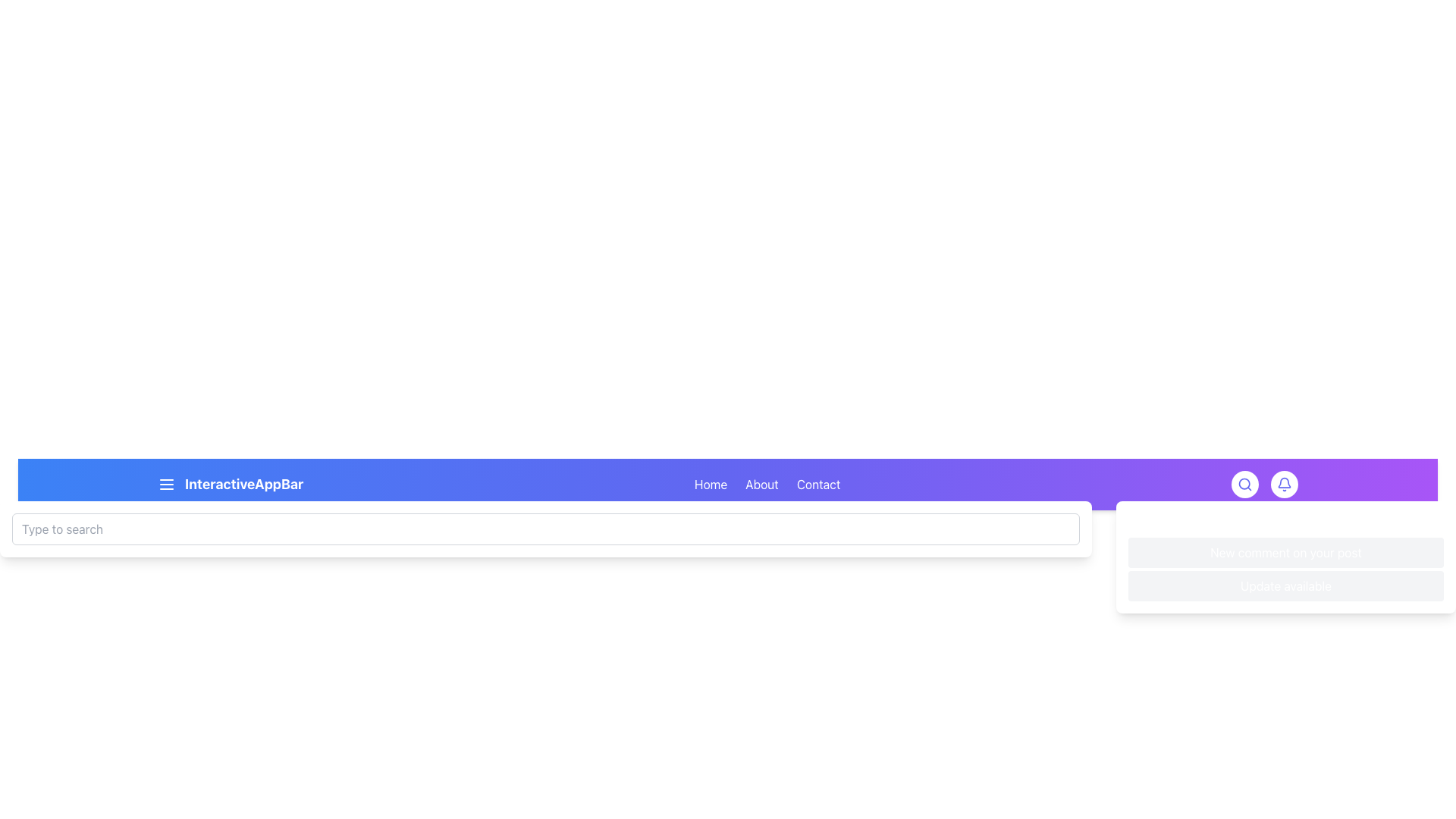 The width and height of the screenshot is (1456, 819). What do you see at coordinates (1285, 553) in the screenshot?
I see `Notification Banner that informs the user about a new comment on a post, located at the top-right corner of the application interface` at bounding box center [1285, 553].